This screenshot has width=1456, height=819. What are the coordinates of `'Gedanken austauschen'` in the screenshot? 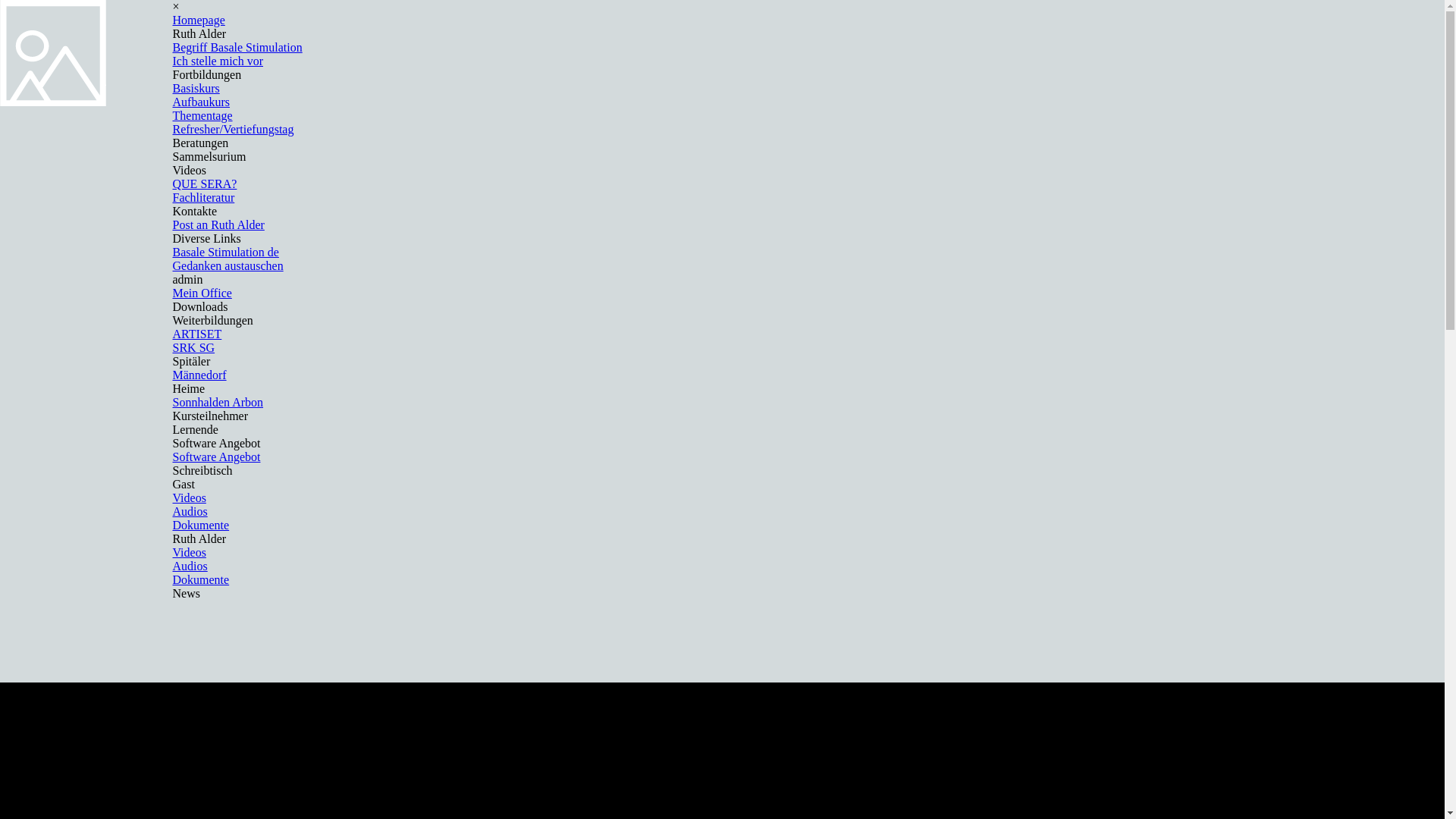 It's located at (227, 265).